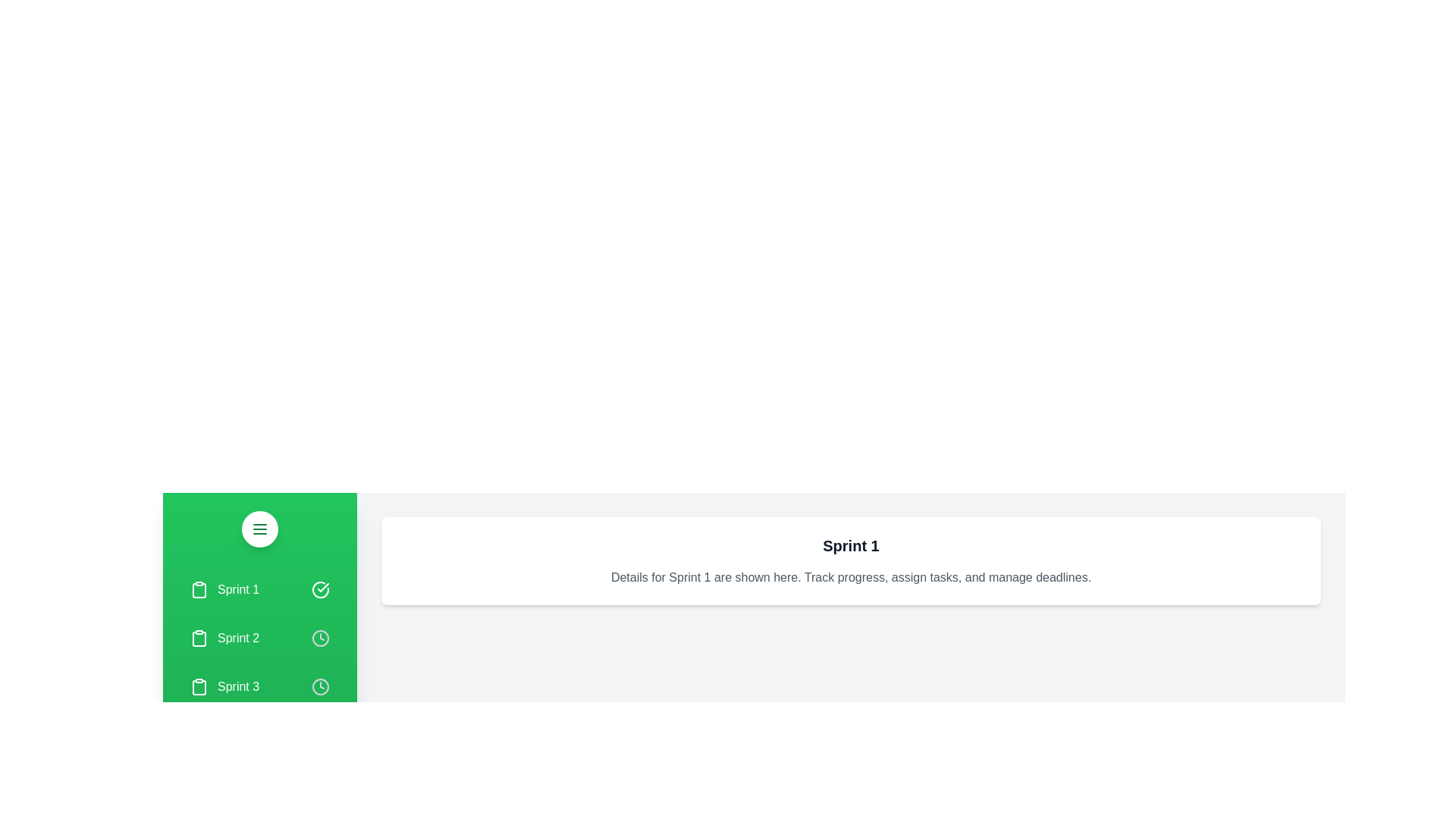 This screenshot has height=819, width=1456. What do you see at coordinates (259, 734) in the screenshot?
I see `the sprint item Backlog to see the highlight effect` at bounding box center [259, 734].